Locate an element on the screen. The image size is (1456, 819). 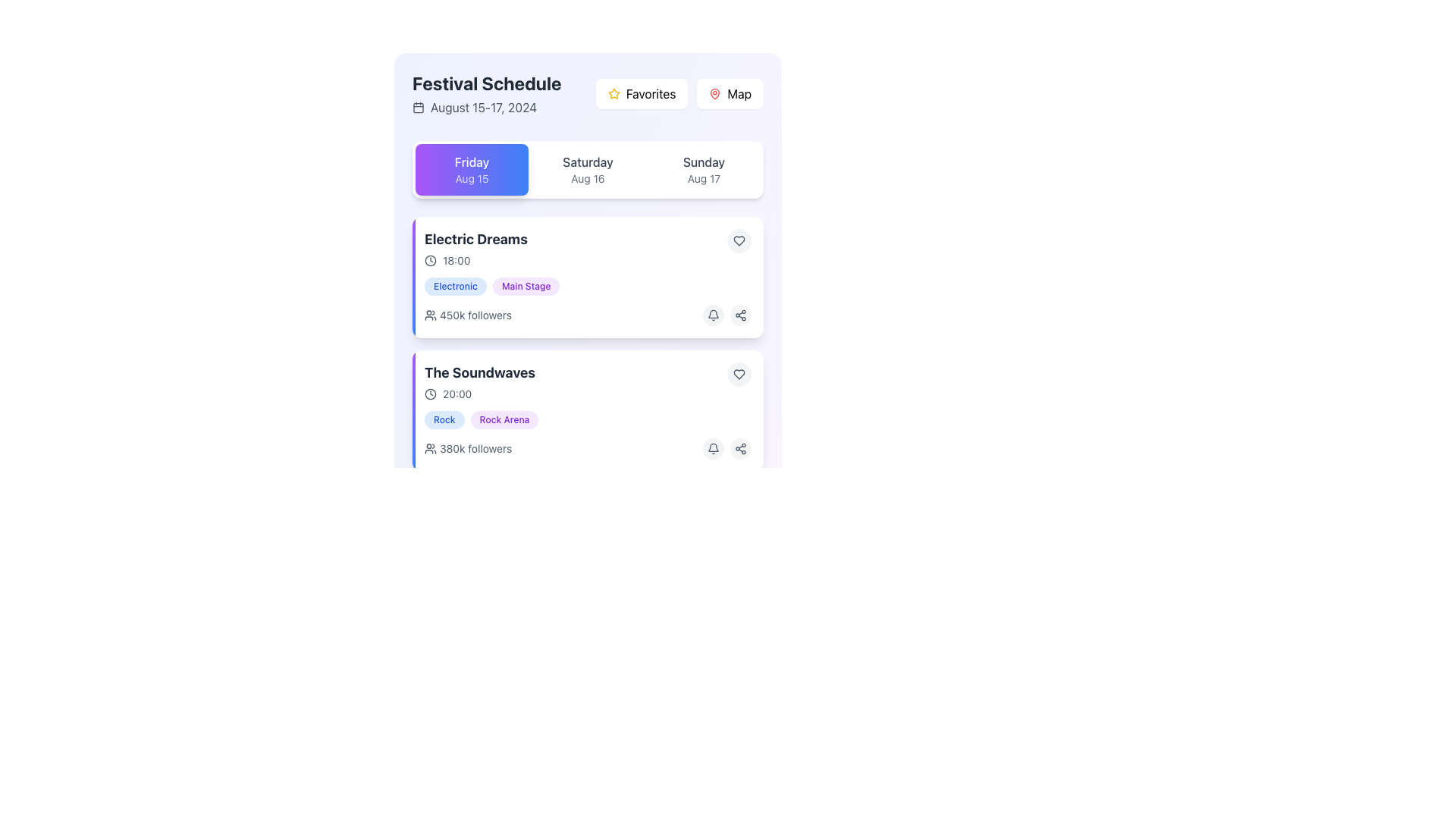
the button labeled 'Sunday' with the date 'Aug 17' is located at coordinates (703, 169).